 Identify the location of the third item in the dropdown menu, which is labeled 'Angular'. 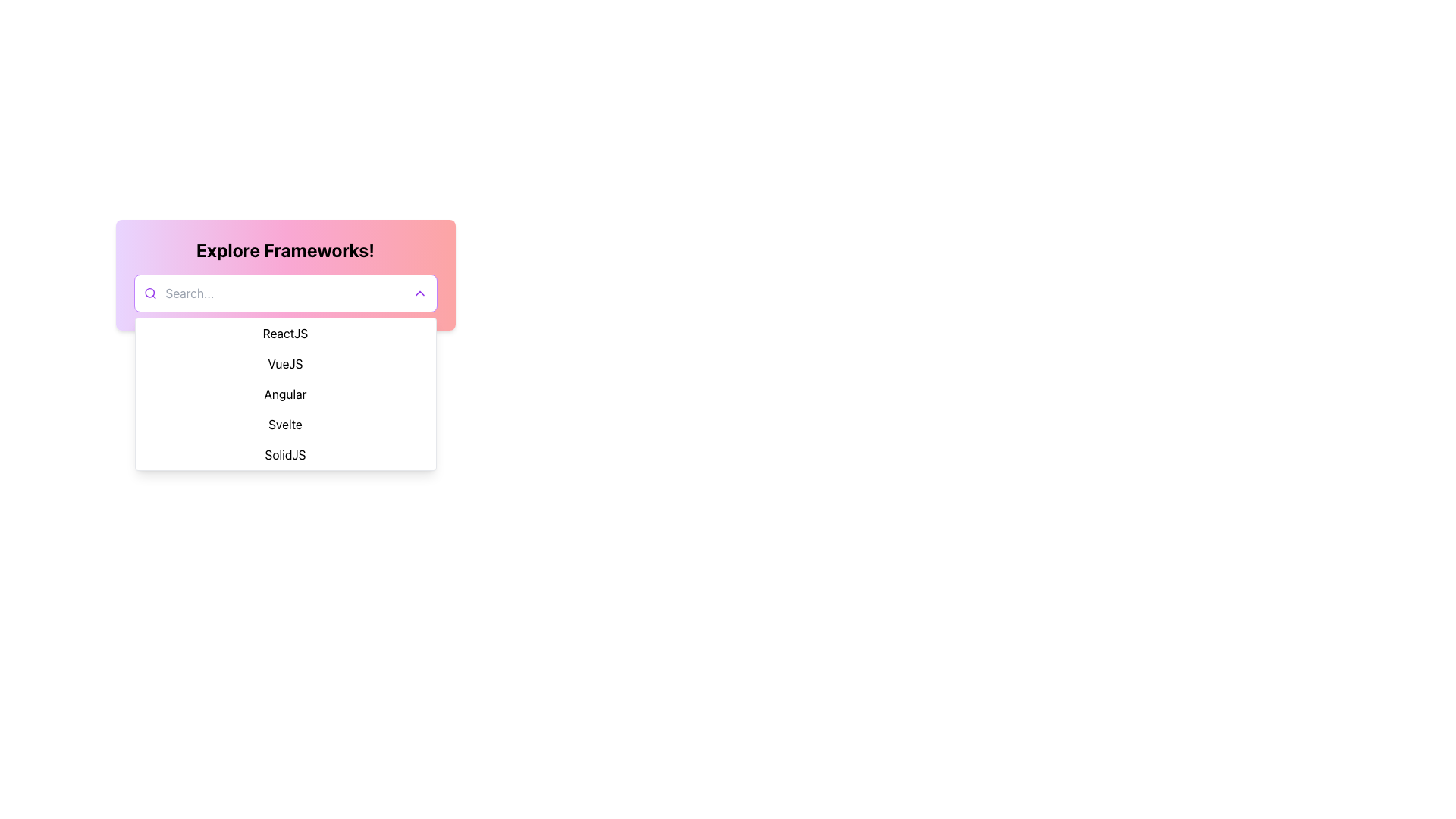
(285, 394).